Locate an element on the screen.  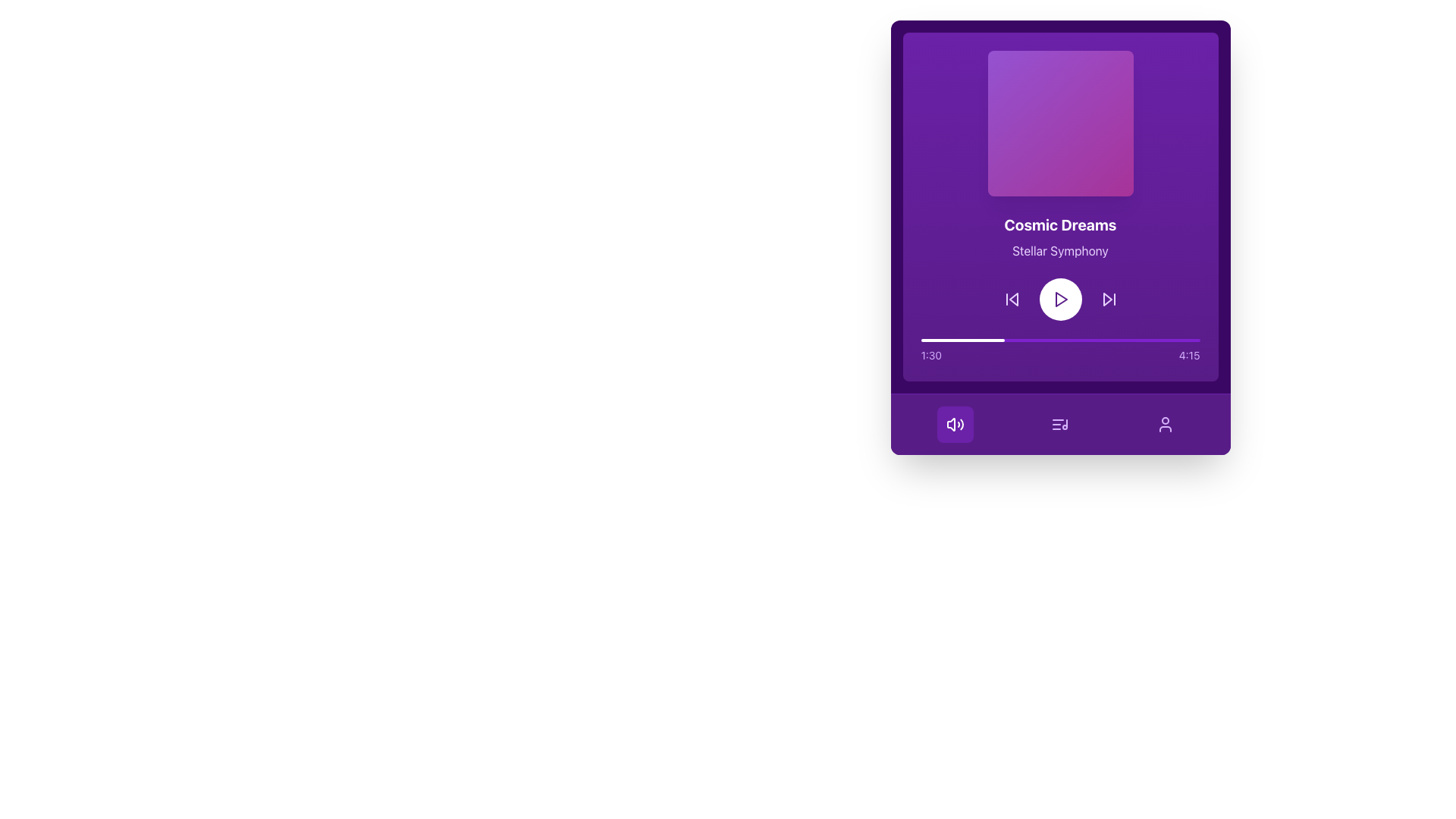
the play button with a triangular symbol pointing to the right, which has a purple border and a white background is located at coordinates (1059, 299).